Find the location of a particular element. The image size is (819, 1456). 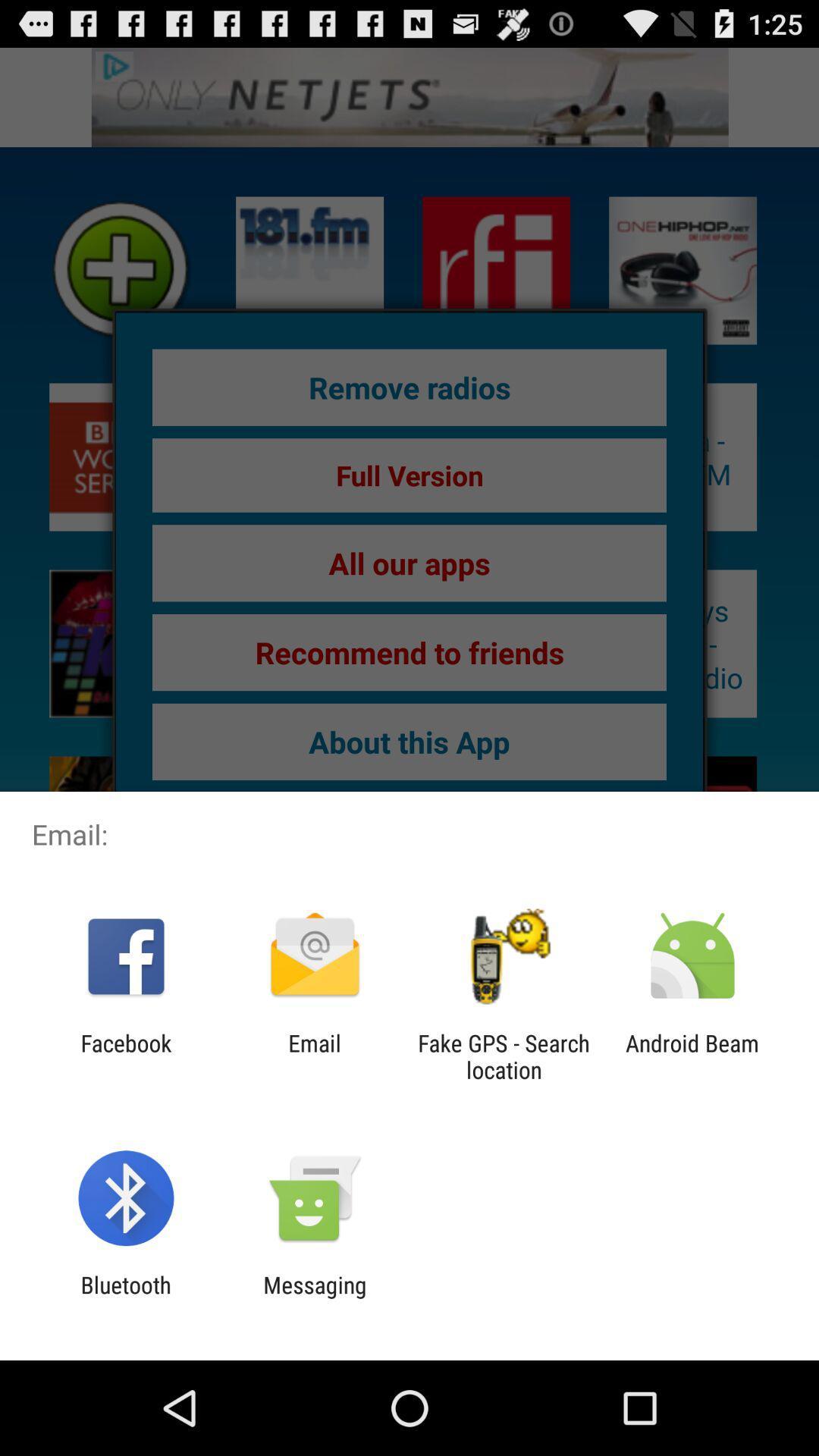

the app to the left of messaging item is located at coordinates (125, 1298).